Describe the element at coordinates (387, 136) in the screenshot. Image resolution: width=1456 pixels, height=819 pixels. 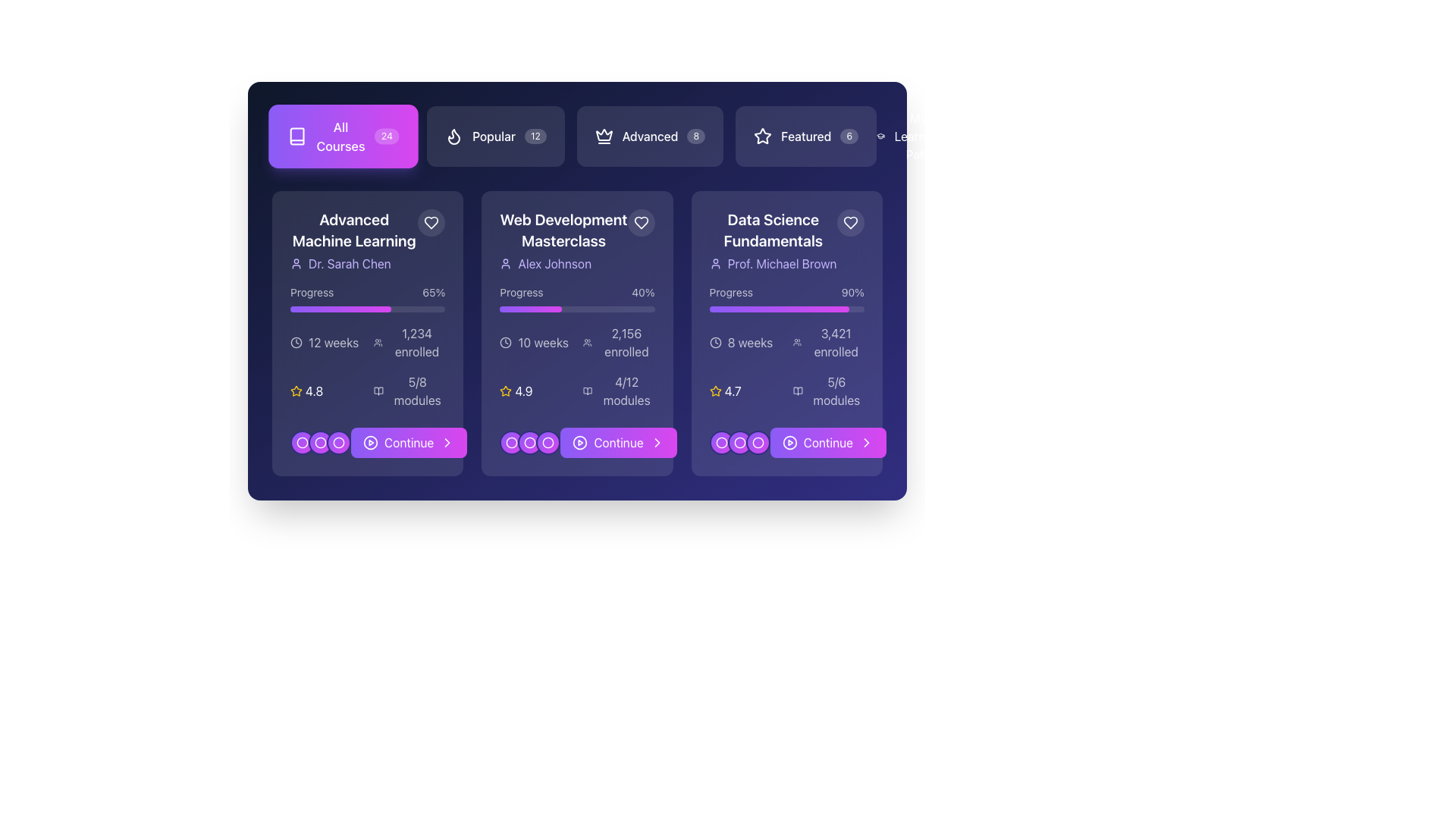
I see `the small pill-shaped badge with a light purple background and the number '24' displayed in white text, located to the right of the 'All Courses' text` at that location.